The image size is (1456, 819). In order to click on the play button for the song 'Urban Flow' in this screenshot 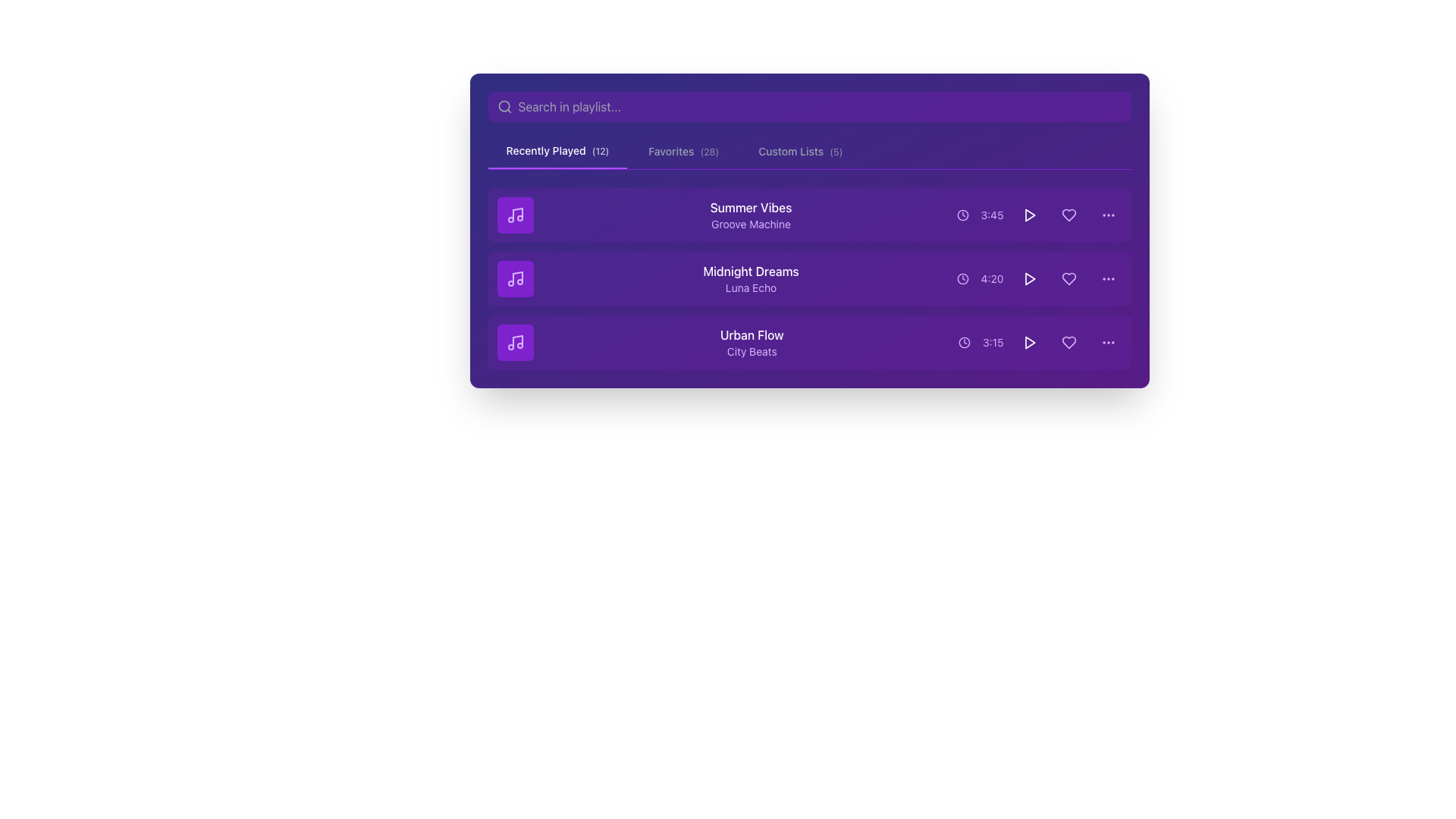, I will do `click(1030, 342)`.